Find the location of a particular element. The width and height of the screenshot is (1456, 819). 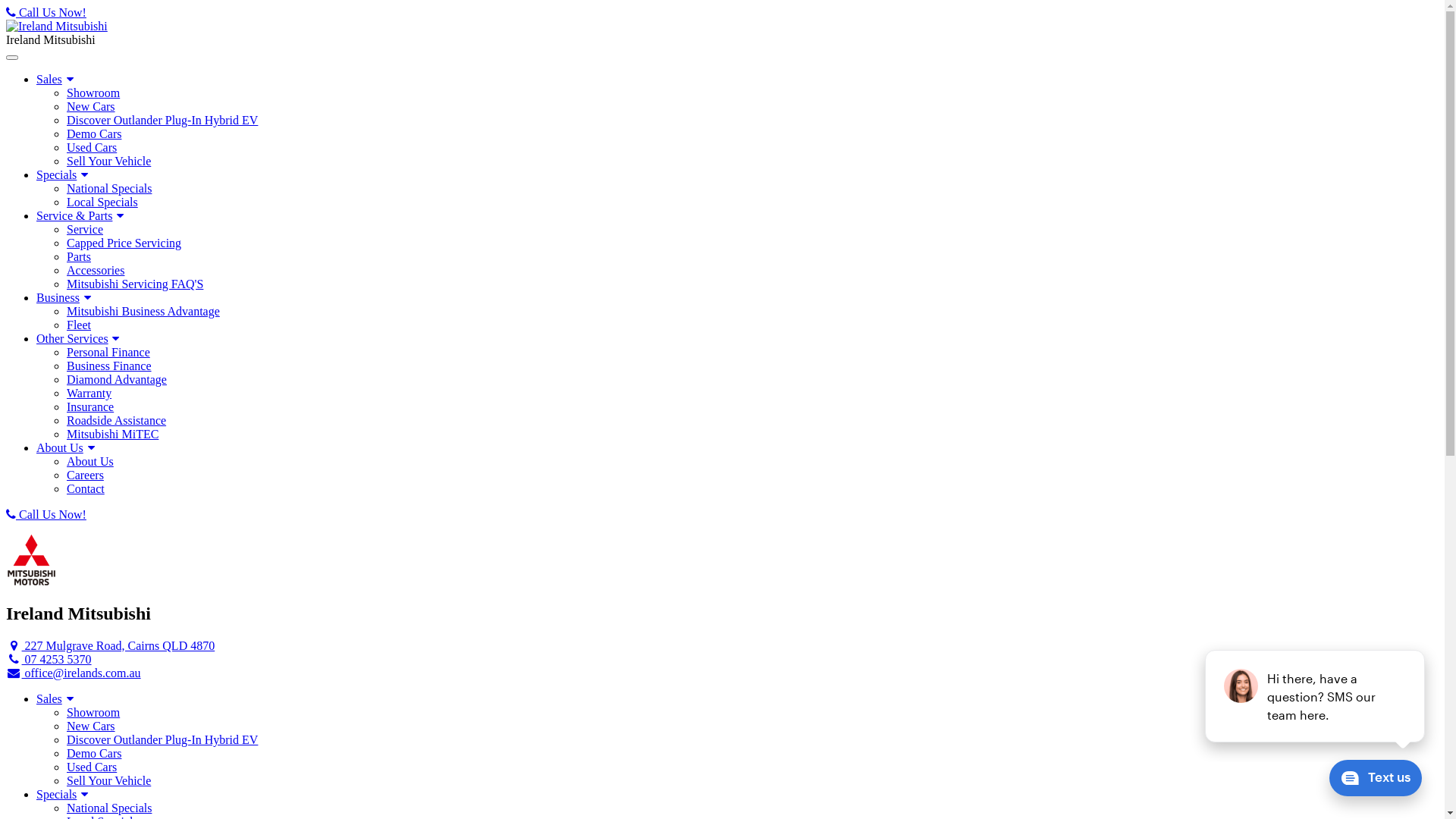

'Business' is located at coordinates (36, 297).